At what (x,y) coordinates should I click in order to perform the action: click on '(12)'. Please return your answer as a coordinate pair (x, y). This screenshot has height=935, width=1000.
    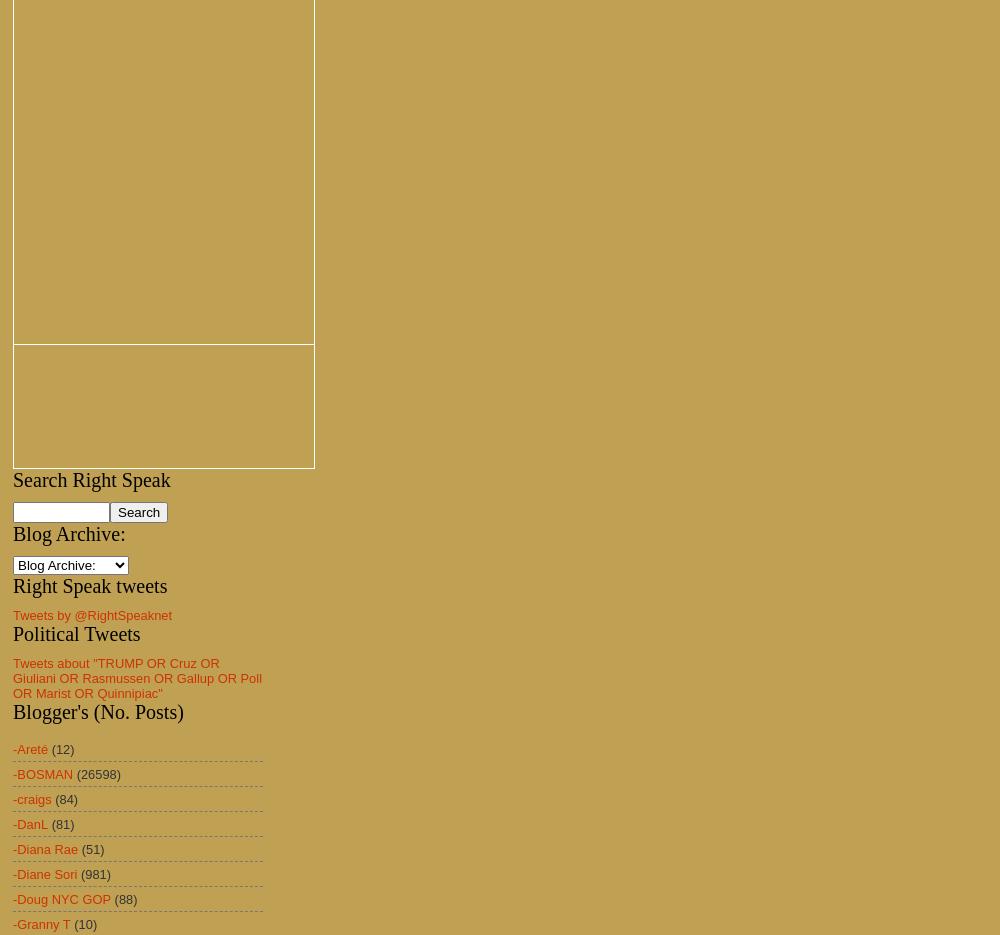
    Looking at the image, I should click on (51, 748).